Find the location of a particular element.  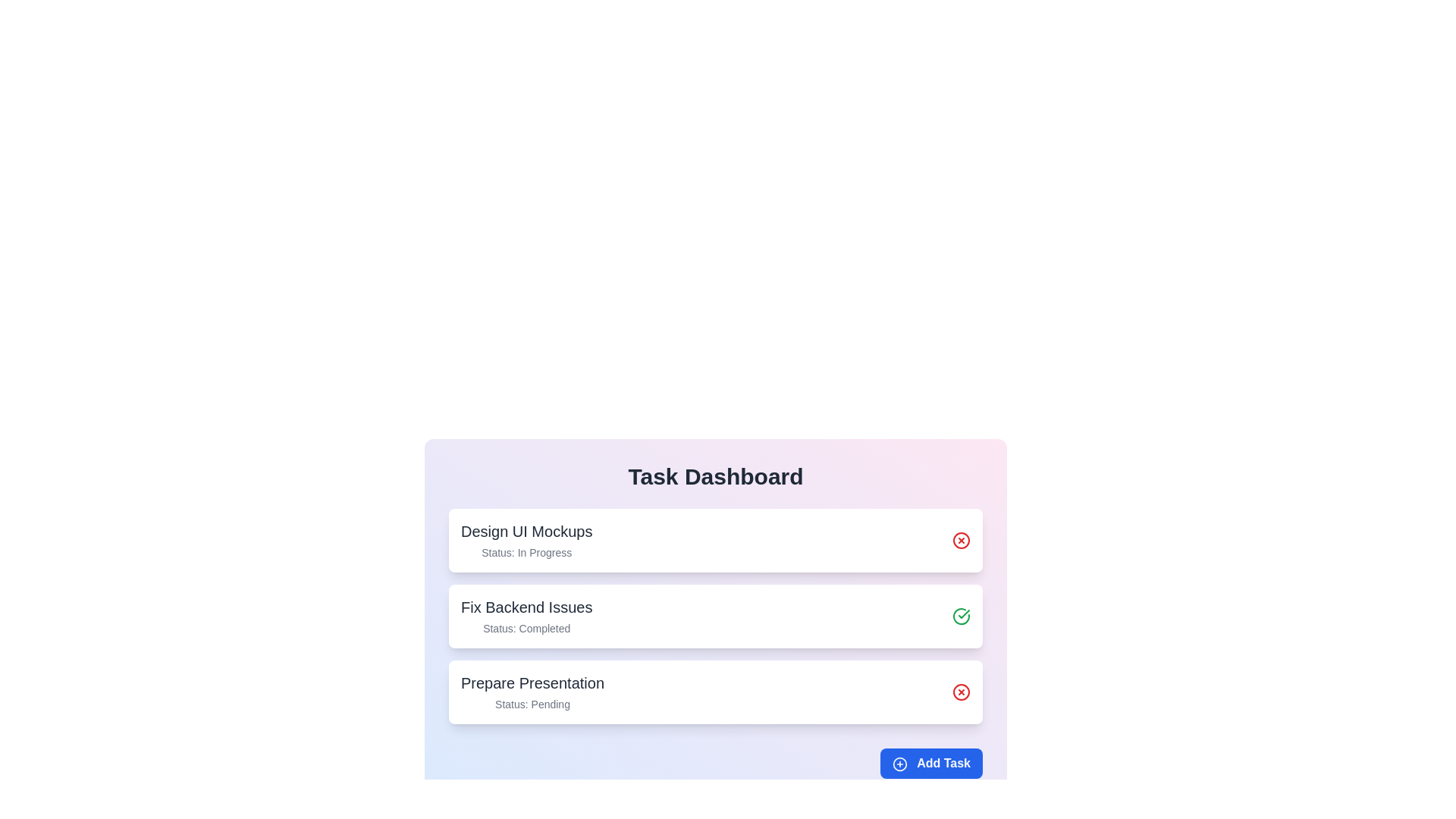

the 'Add Task' button to add a new task to the task list is located at coordinates (930, 763).